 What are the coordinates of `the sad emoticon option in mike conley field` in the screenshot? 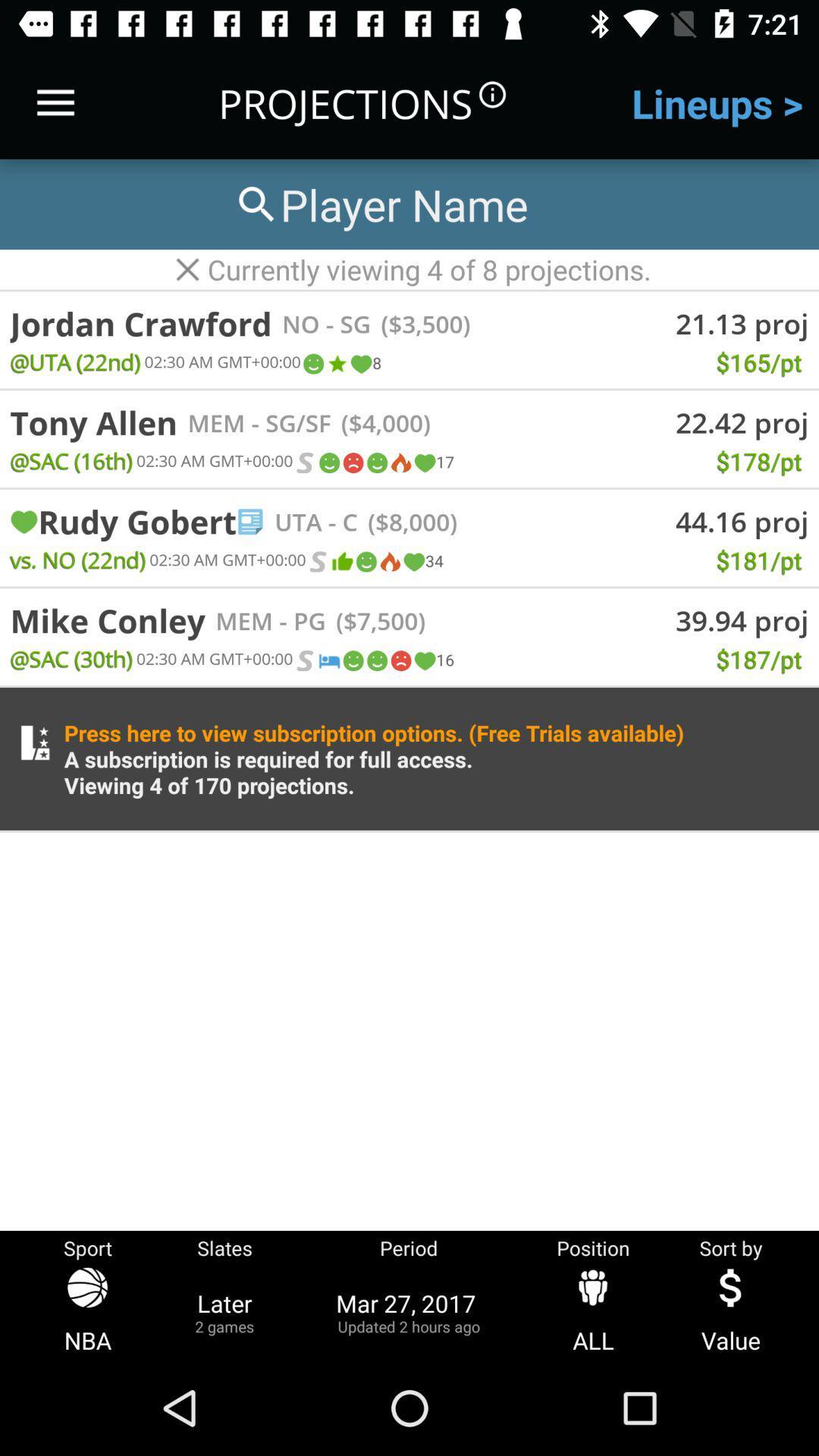 It's located at (400, 661).